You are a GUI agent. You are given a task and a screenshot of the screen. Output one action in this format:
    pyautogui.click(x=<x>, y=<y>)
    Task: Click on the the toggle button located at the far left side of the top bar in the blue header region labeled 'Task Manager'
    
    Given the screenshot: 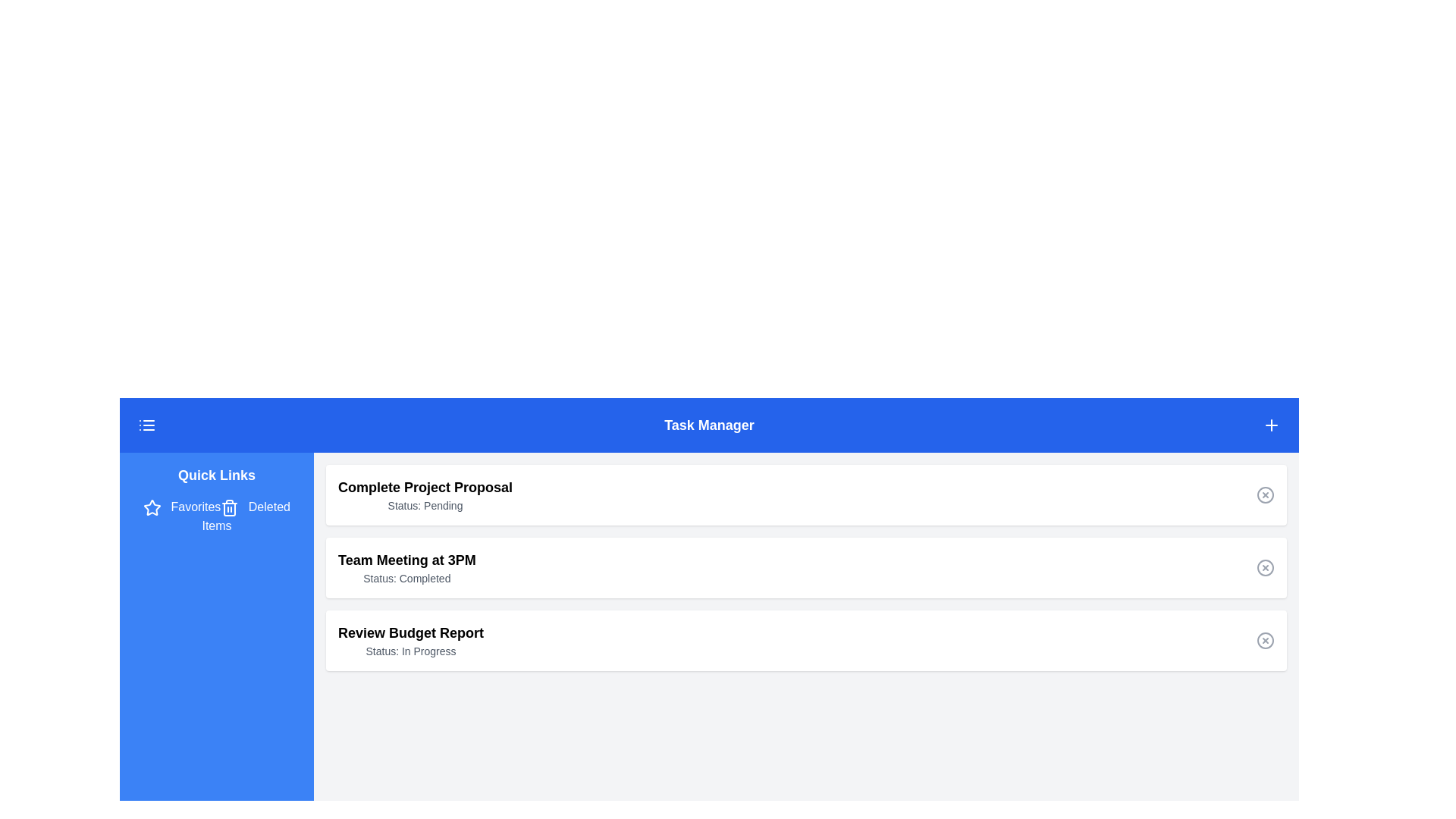 What is the action you would take?
    pyautogui.click(x=146, y=425)
    